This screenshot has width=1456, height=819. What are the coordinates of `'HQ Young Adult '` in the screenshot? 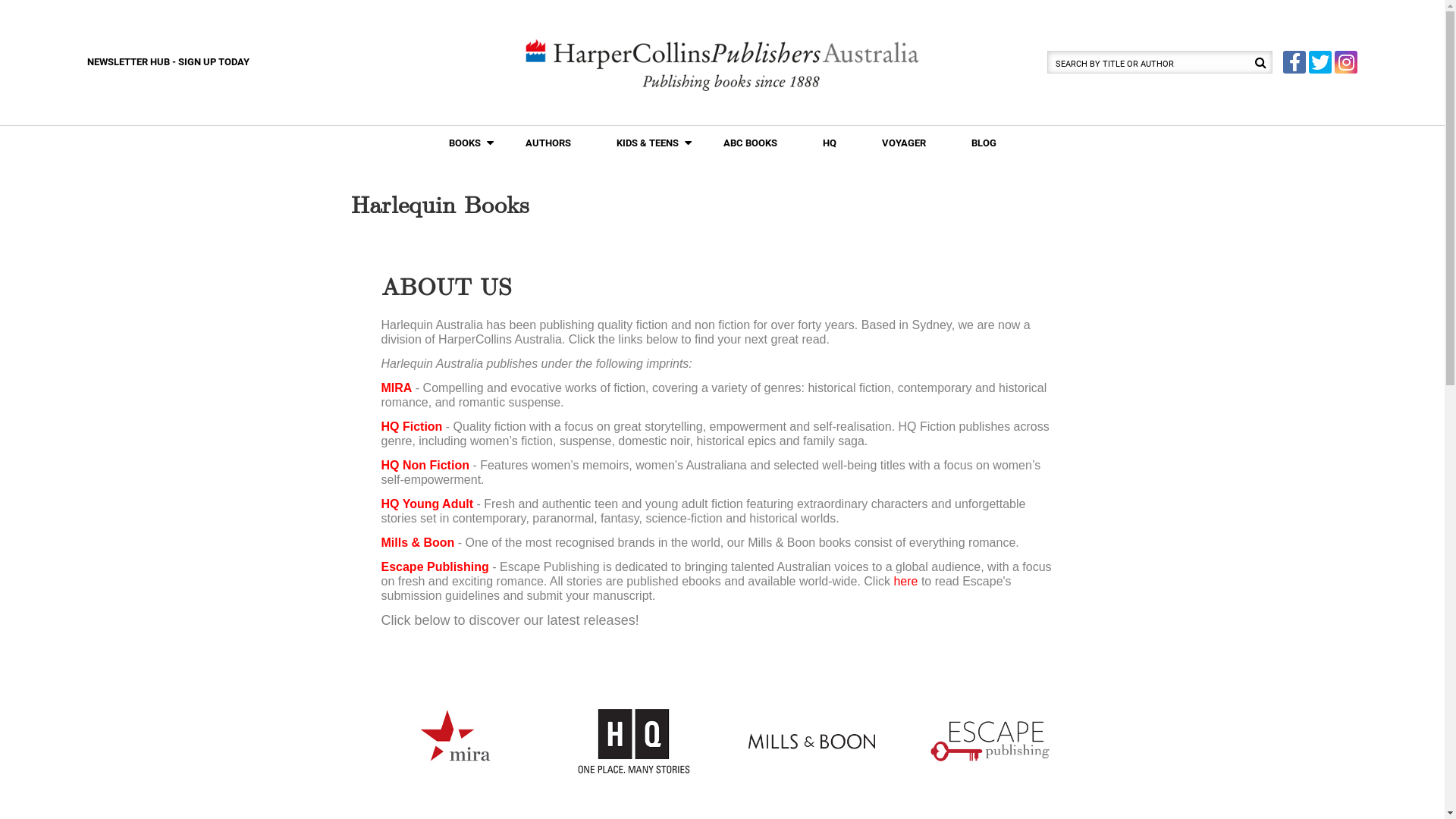 It's located at (428, 504).